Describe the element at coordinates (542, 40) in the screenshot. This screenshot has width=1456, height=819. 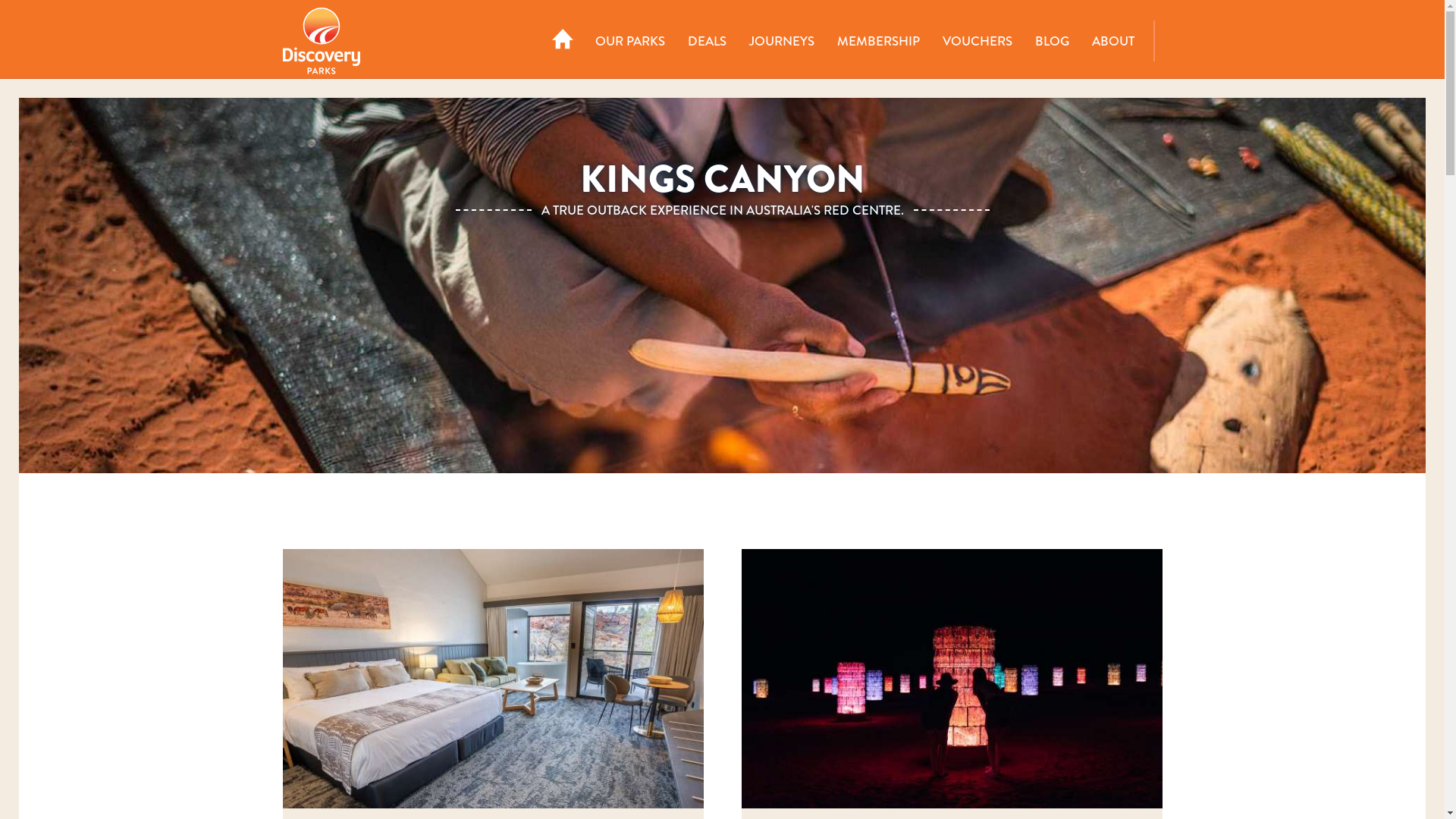
I see `'HOME'` at that location.